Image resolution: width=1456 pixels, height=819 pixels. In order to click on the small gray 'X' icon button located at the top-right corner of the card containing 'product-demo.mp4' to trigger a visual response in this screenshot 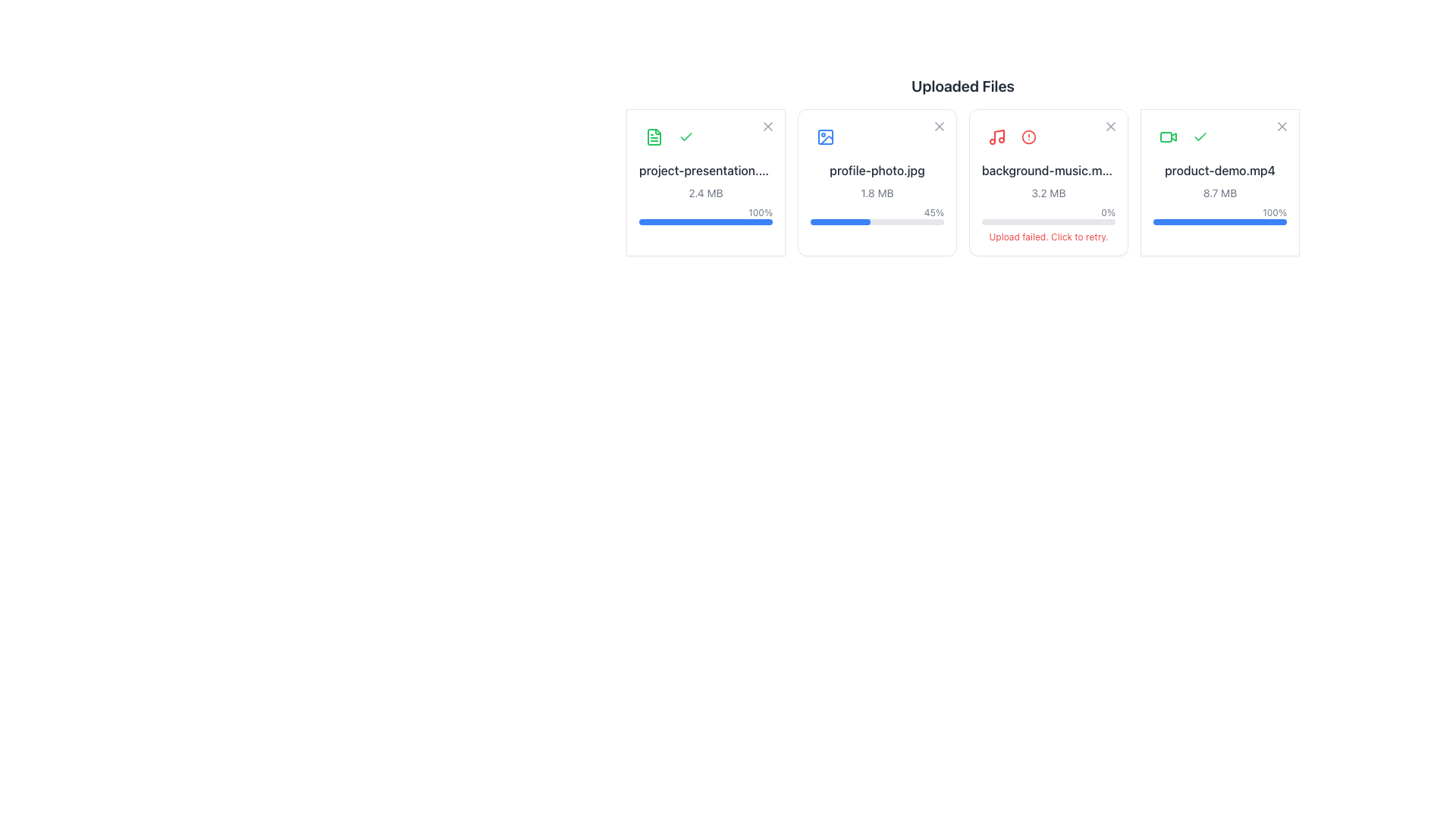, I will do `click(1281, 125)`.